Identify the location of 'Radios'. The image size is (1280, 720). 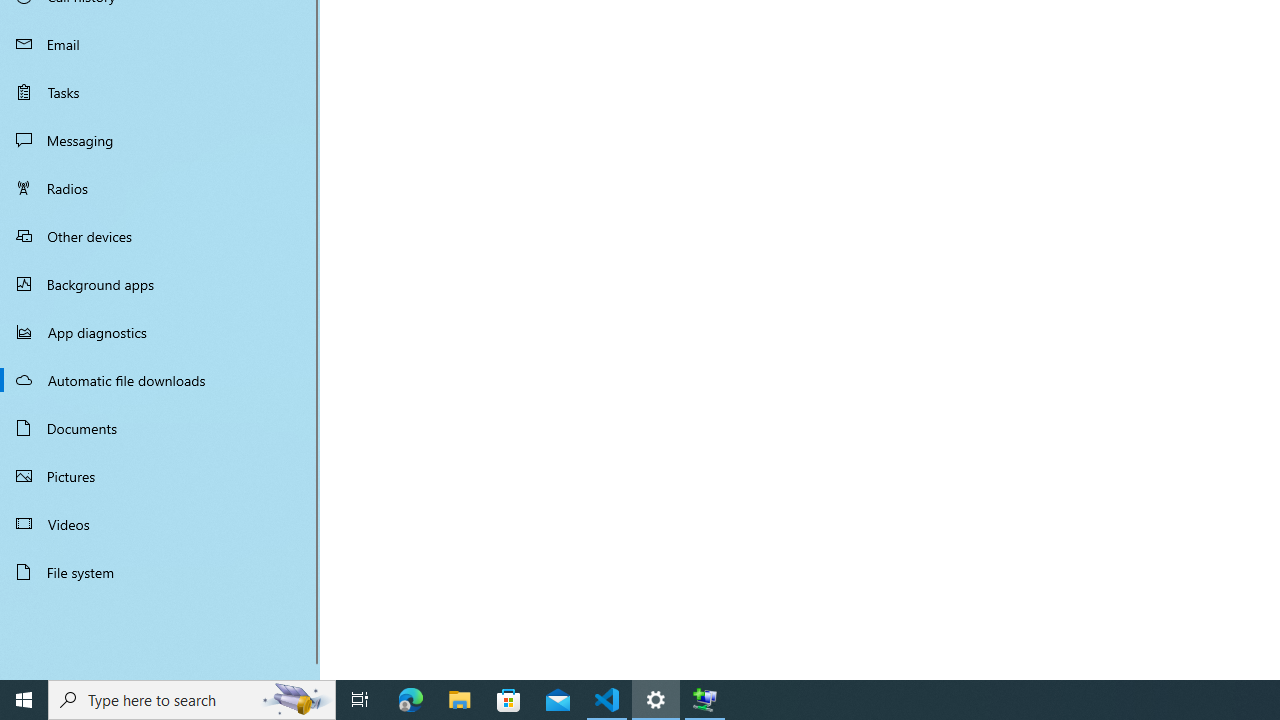
(160, 187).